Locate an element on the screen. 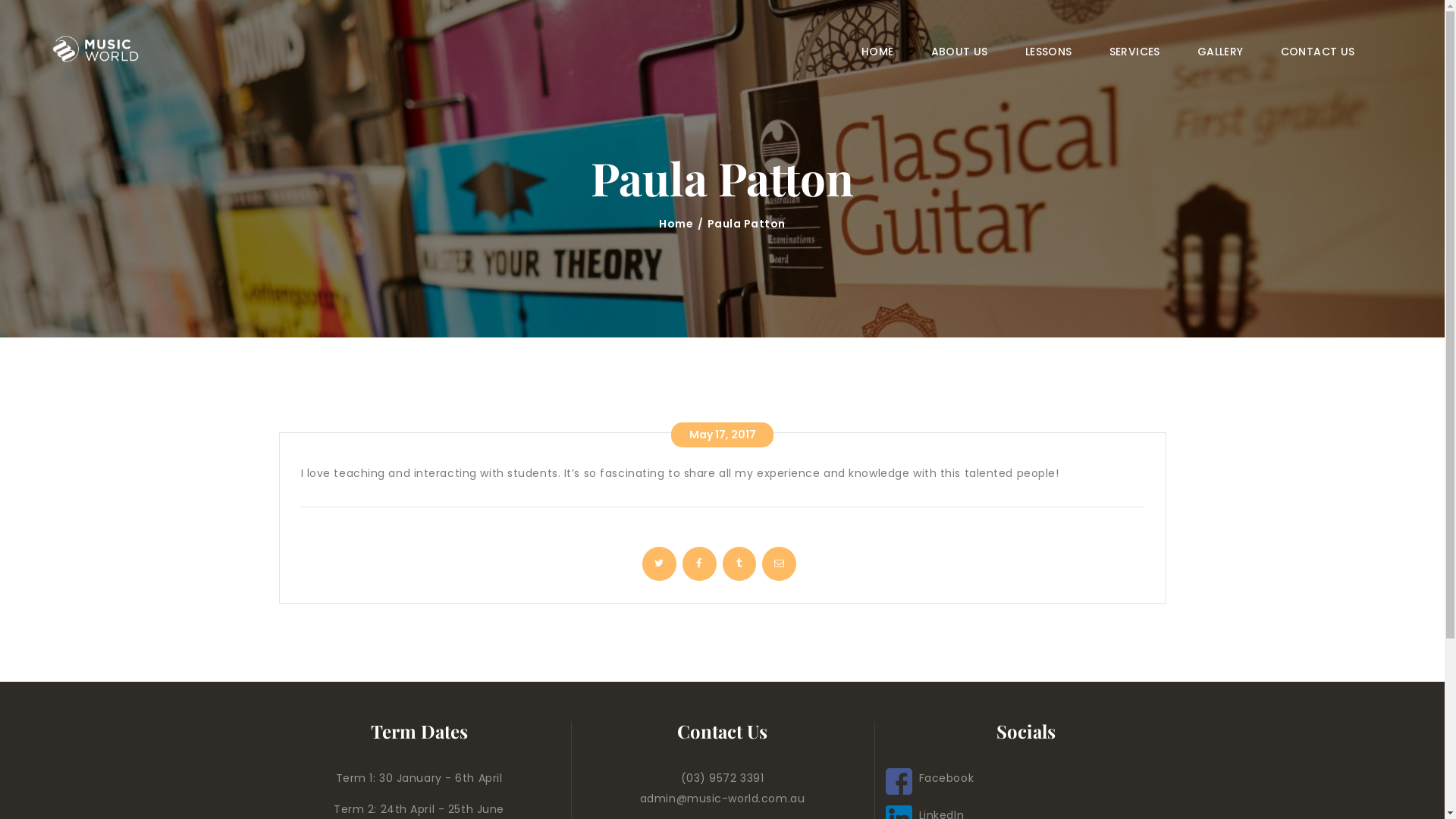 The height and width of the screenshot is (819, 1456). 'GALLERY' is located at coordinates (1178, 51).